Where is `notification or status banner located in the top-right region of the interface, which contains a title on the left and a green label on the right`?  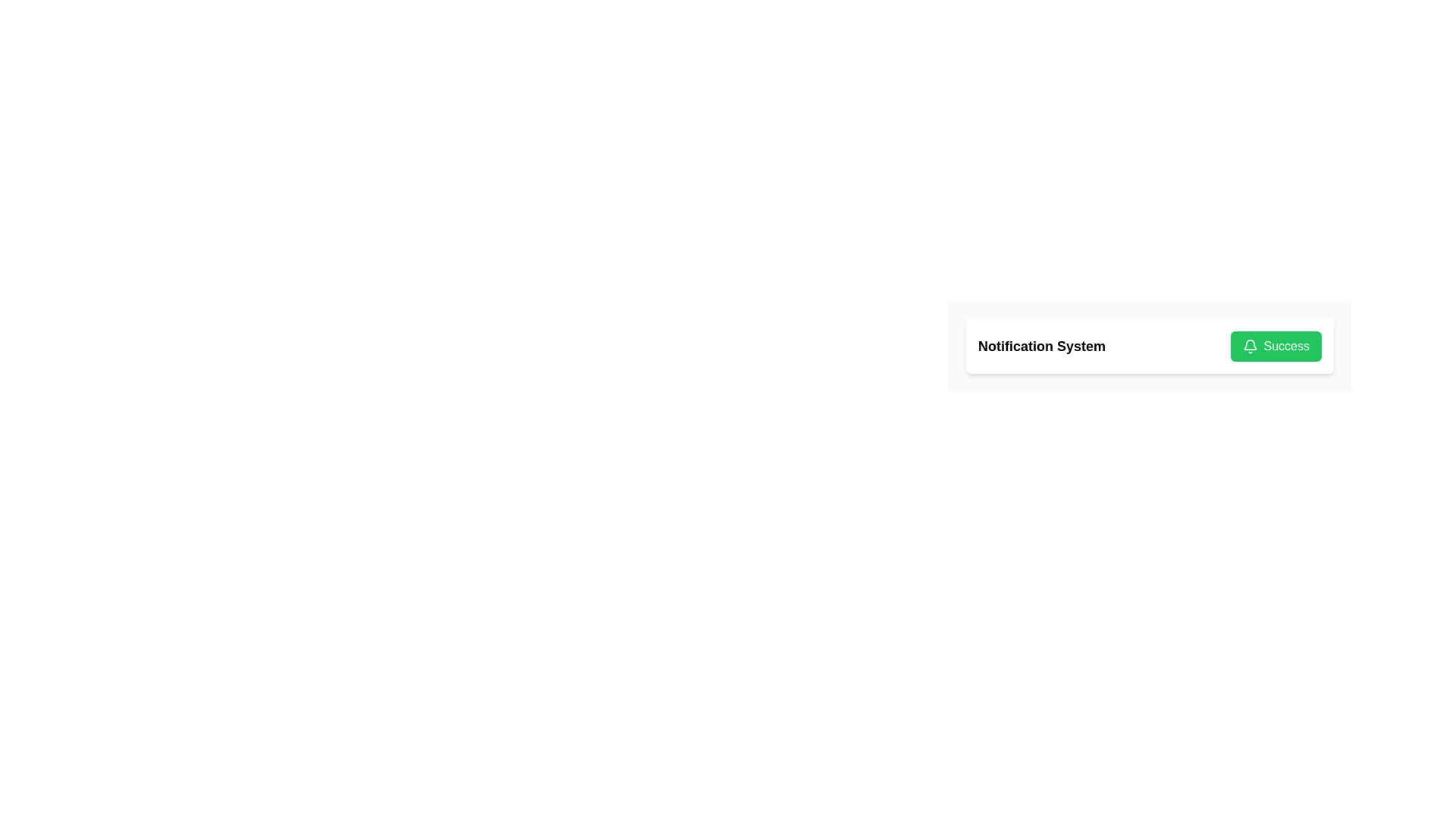
notification or status banner located in the top-right region of the interface, which contains a title on the left and a green label on the right is located at coordinates (1150, 346).